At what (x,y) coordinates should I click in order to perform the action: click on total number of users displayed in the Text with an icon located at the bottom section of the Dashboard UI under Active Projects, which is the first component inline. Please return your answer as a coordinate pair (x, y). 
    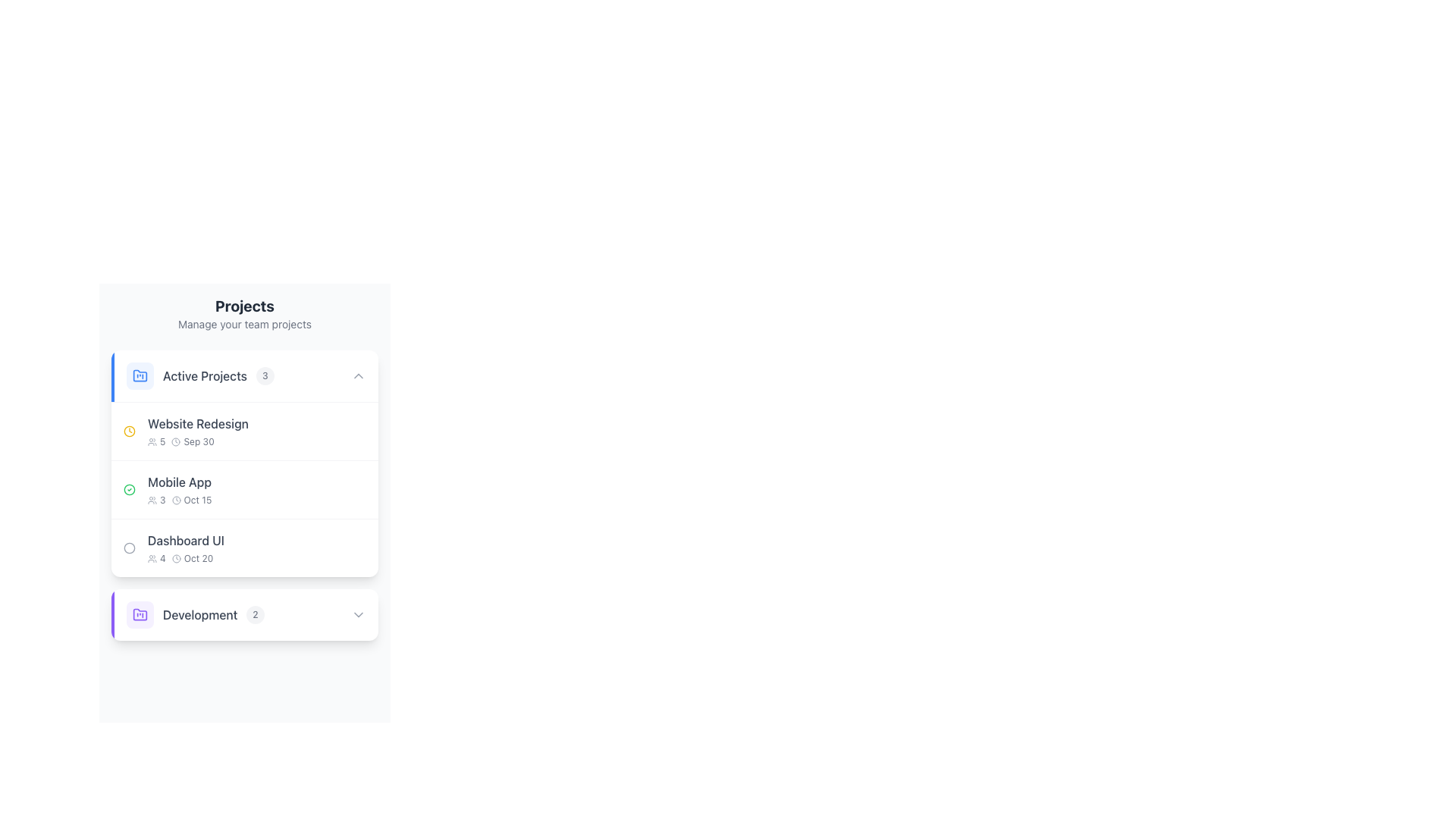
    Looking at the image, I should click on (156, 558).